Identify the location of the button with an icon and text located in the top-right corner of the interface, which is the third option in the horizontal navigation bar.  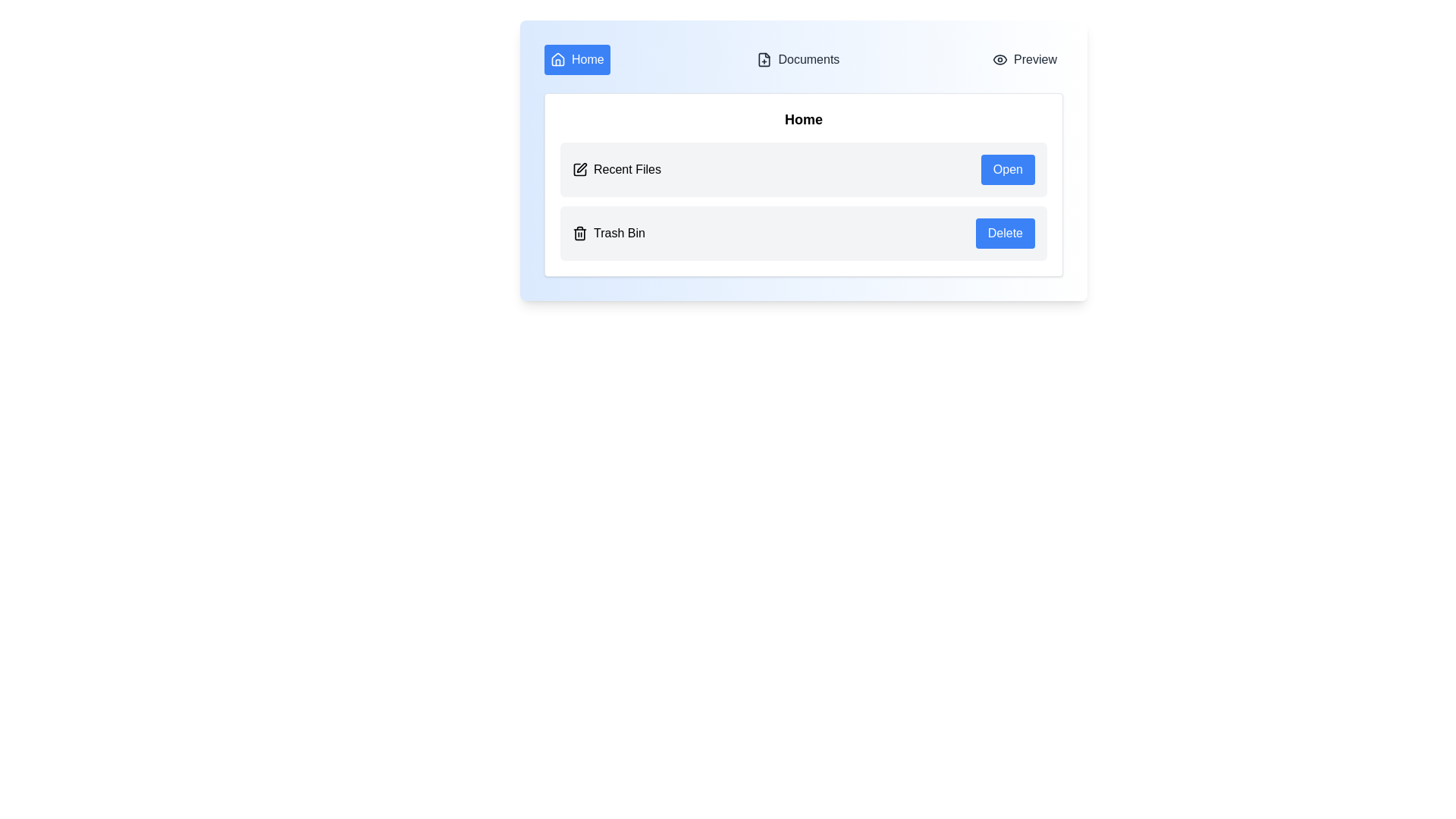
(1025, 58).